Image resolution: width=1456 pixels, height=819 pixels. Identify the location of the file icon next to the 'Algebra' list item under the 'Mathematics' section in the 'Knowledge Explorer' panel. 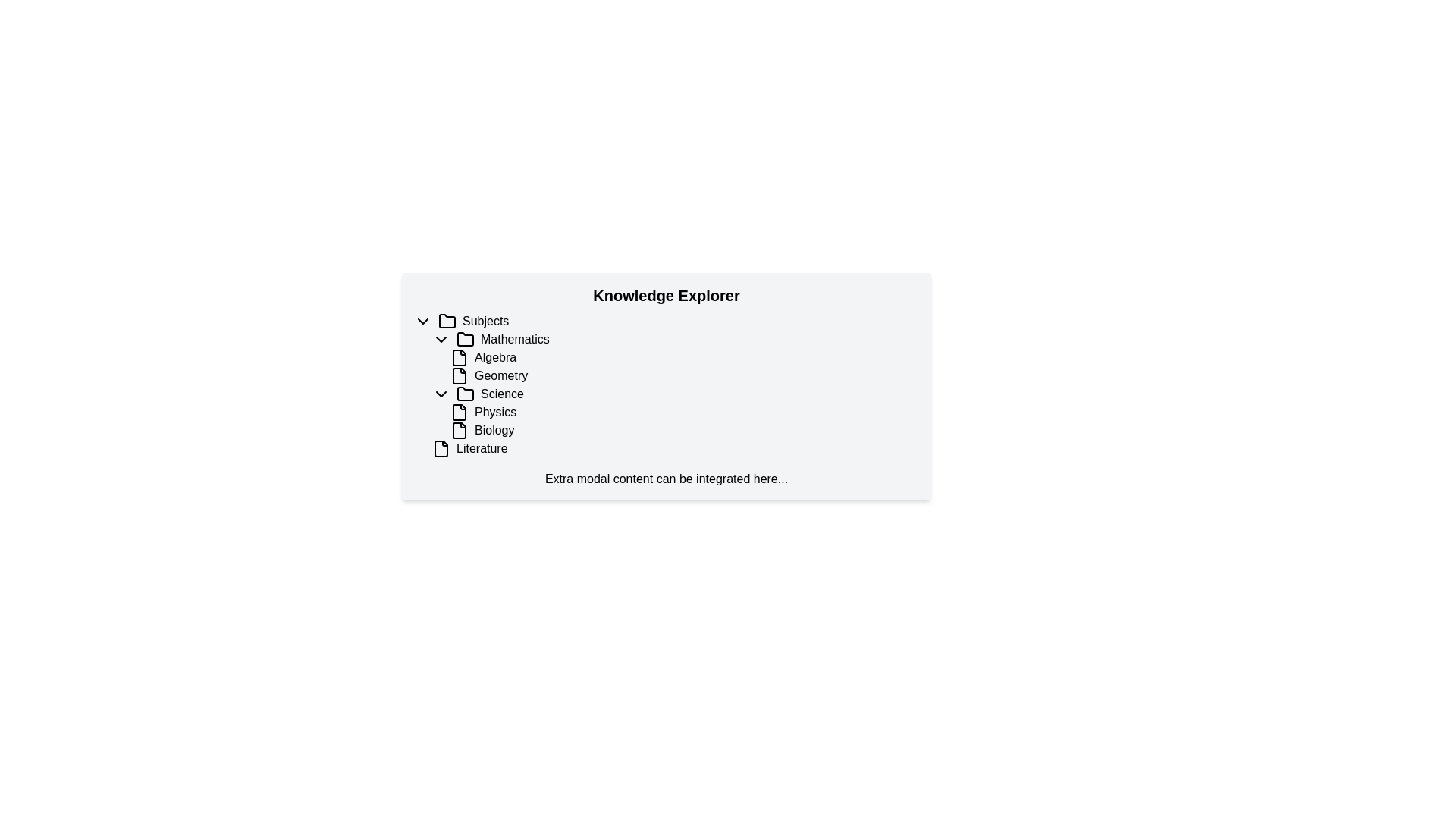
(458, 357).